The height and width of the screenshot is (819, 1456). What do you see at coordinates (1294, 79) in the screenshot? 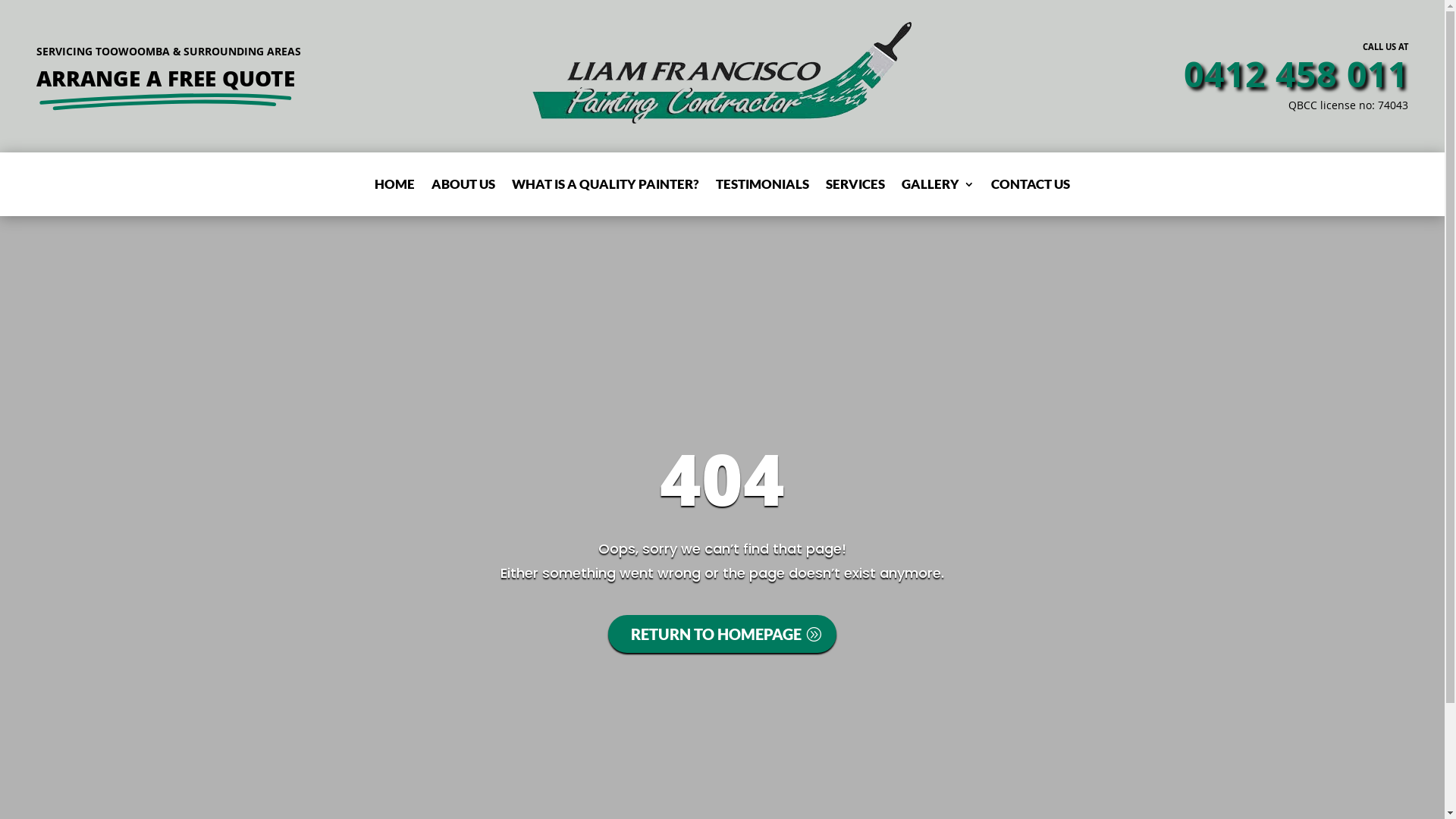
I see `'0412 458 011'` at bounding box center [1294, 79].